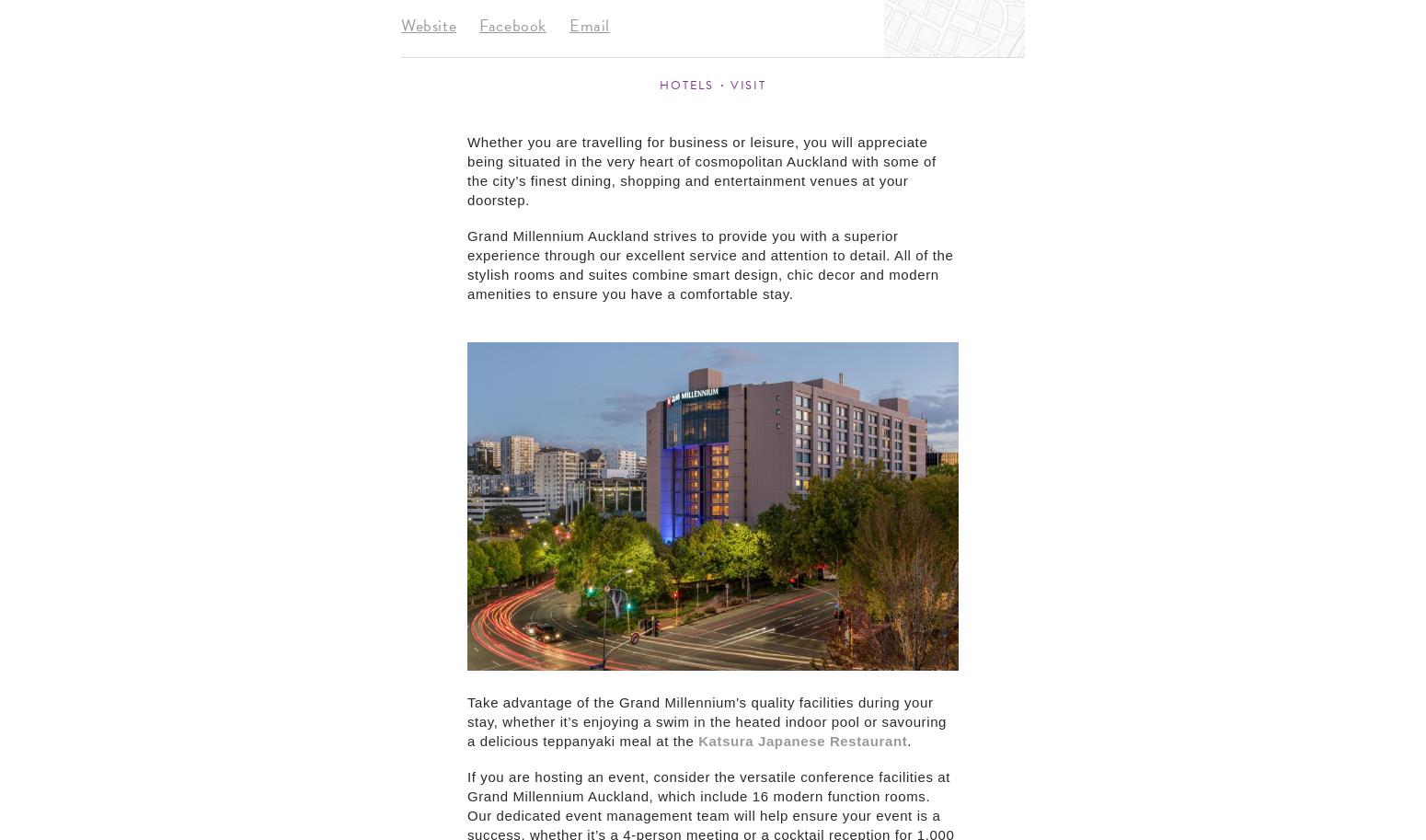  What do you see at coordinates (87, 252) in the screenshot?
I see `'Best places to watch the Melbourne Cup'` at bounding box center [87, 252].